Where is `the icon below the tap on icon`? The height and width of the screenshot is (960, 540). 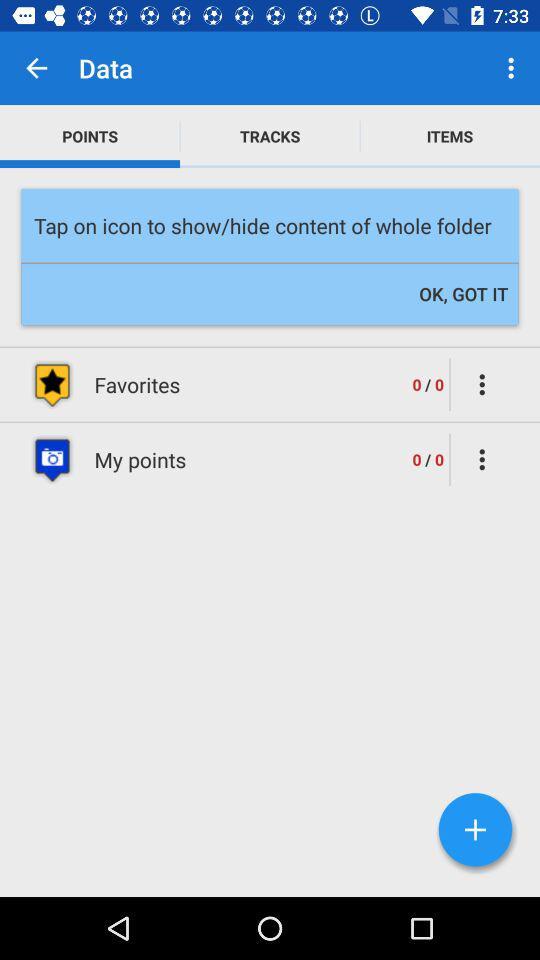
the icon below the tap on icon is located at coordinates (463, 293).